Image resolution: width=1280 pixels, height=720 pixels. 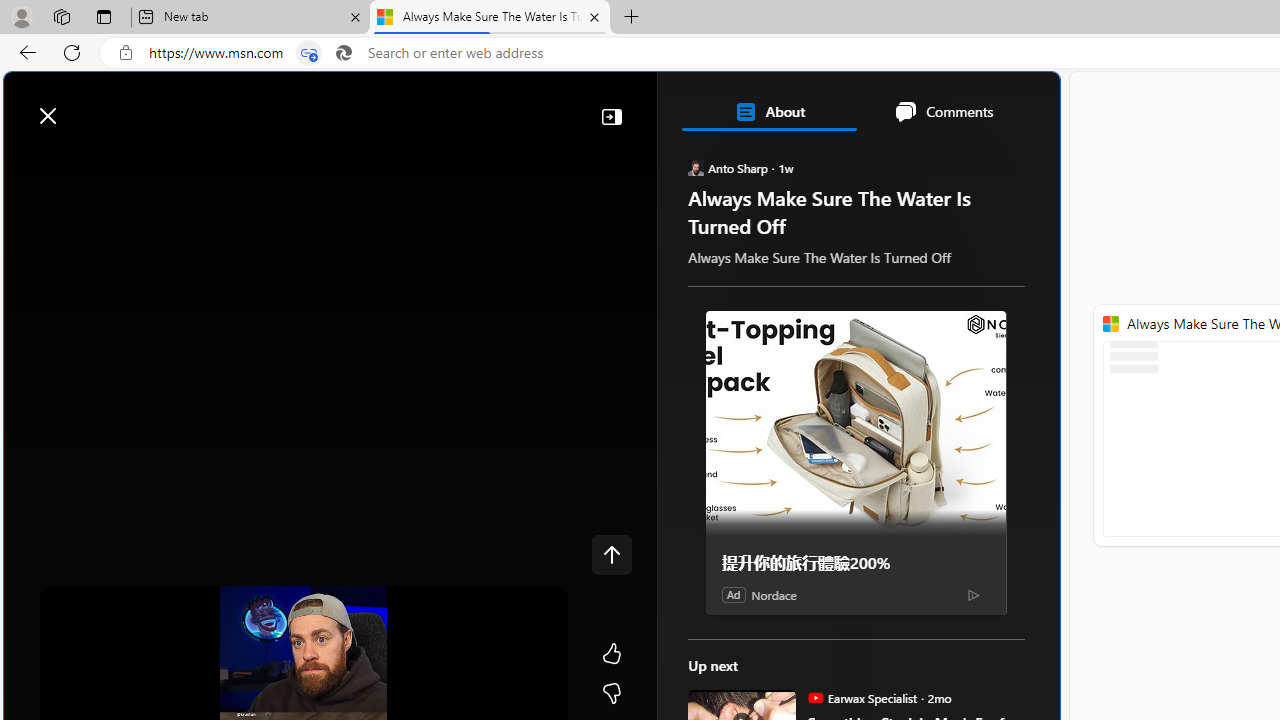 I want to click on 'About', so click(x=768, y=112).